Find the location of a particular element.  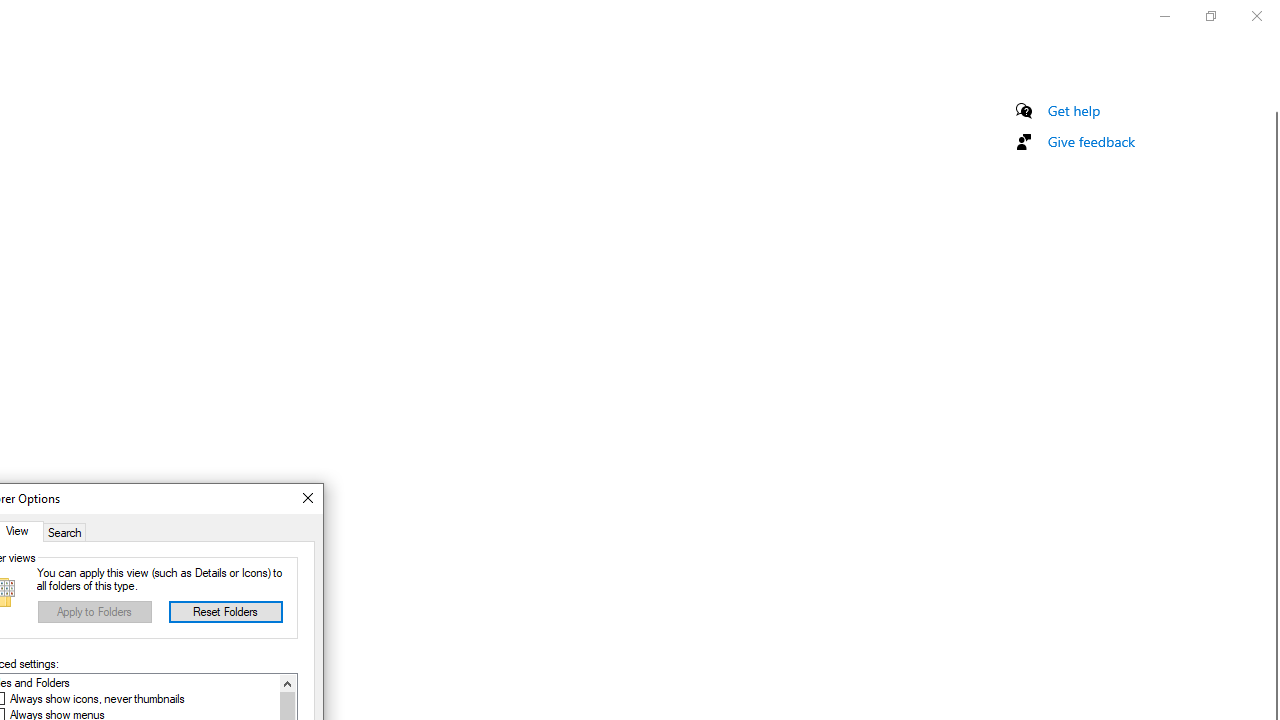

'Search' is located at coordinates (65, 530).